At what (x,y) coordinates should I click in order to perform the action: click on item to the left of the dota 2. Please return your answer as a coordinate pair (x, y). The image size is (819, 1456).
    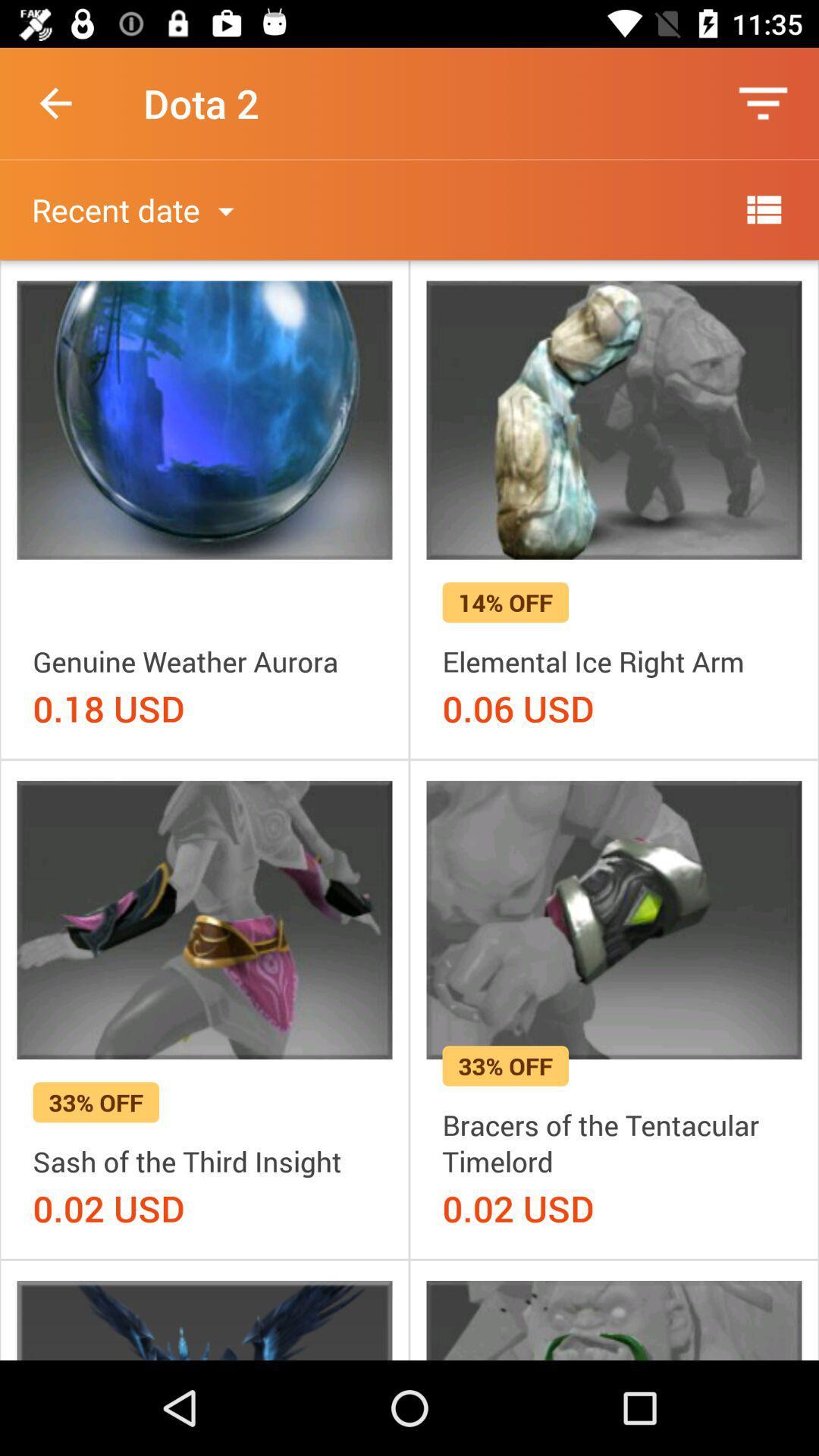
    Looking at the image, I should click on (55, 102).